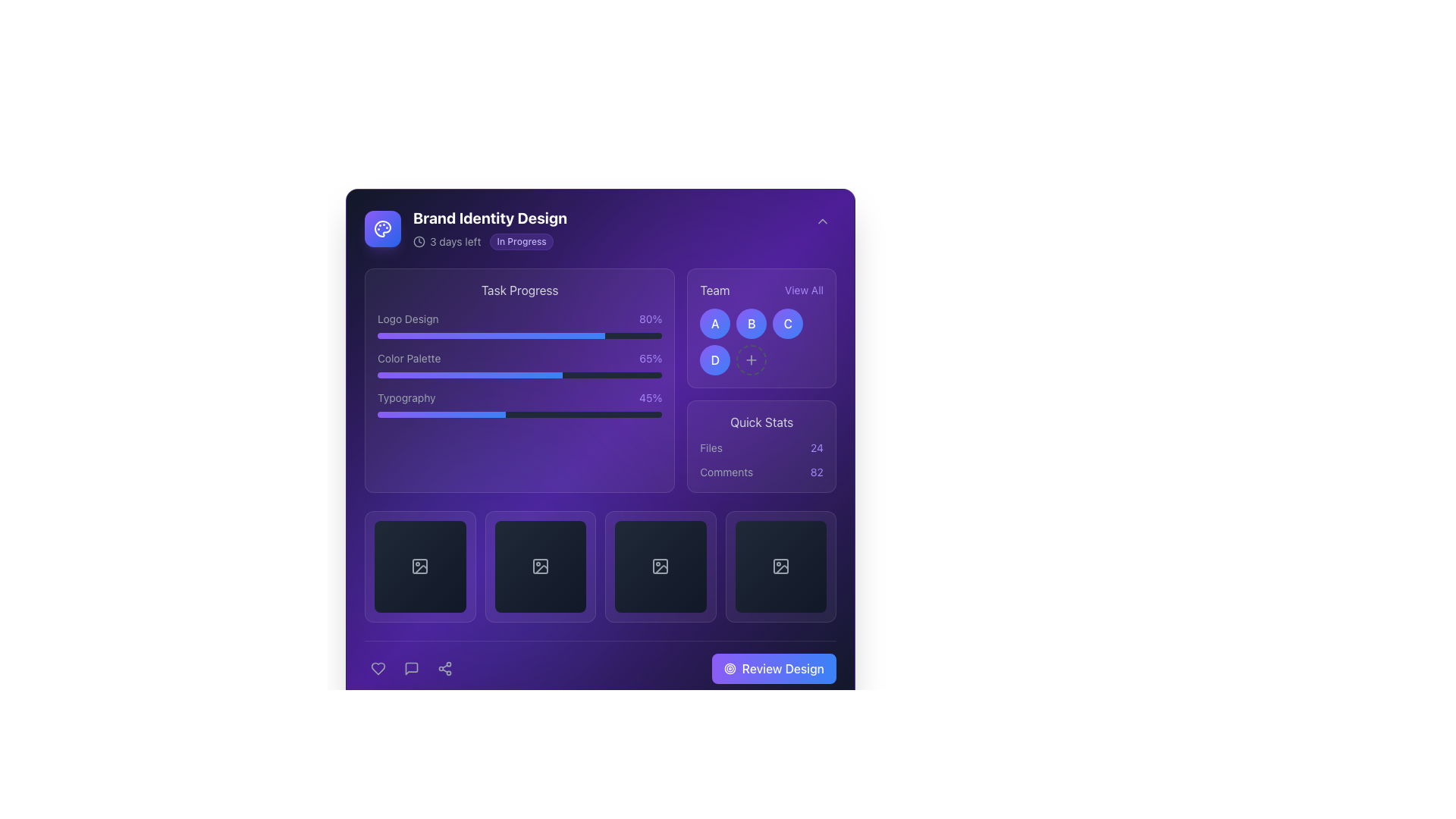 The image size is (1456, 819). Describe the element at coordinates (409, 359) in the screenshot. I see `the Text Label that describes the task related to the progress bar, specifically the second task item in the 'Task Progress' section, positioned between 'Logo Design' and 'Typography'` at that location.